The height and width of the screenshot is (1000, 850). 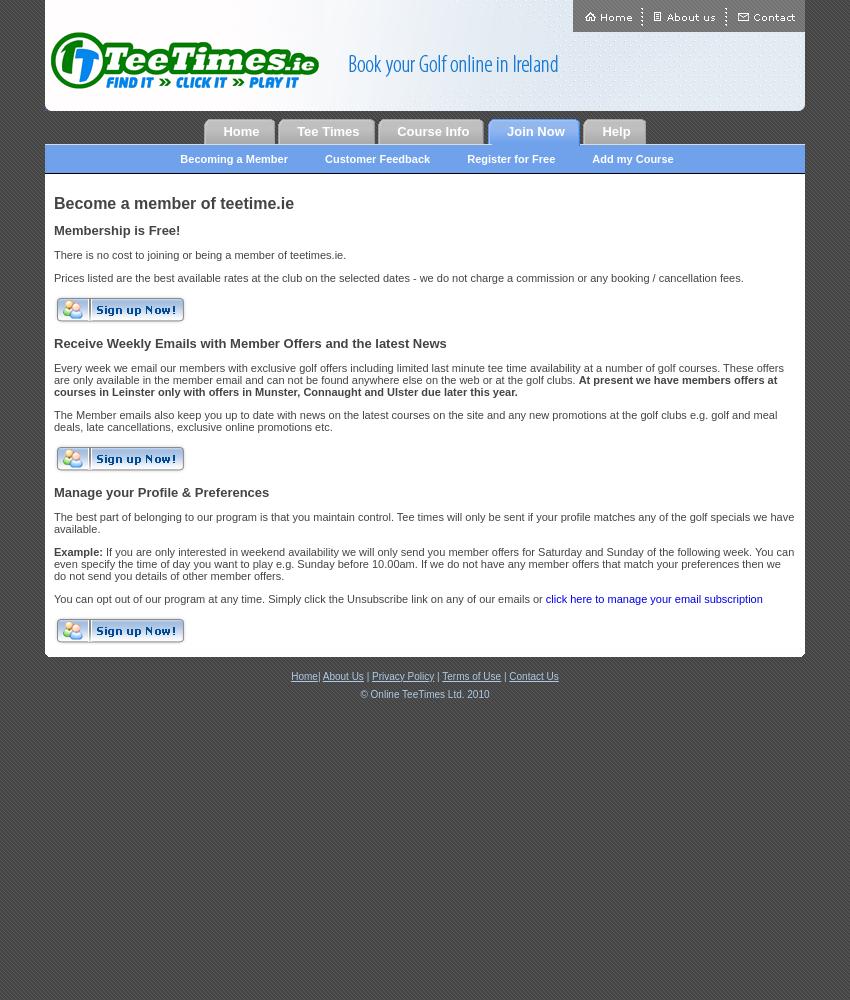 I want to click on '© Online TeeTimes Ltd. 2010', so click(x=358, y=692).